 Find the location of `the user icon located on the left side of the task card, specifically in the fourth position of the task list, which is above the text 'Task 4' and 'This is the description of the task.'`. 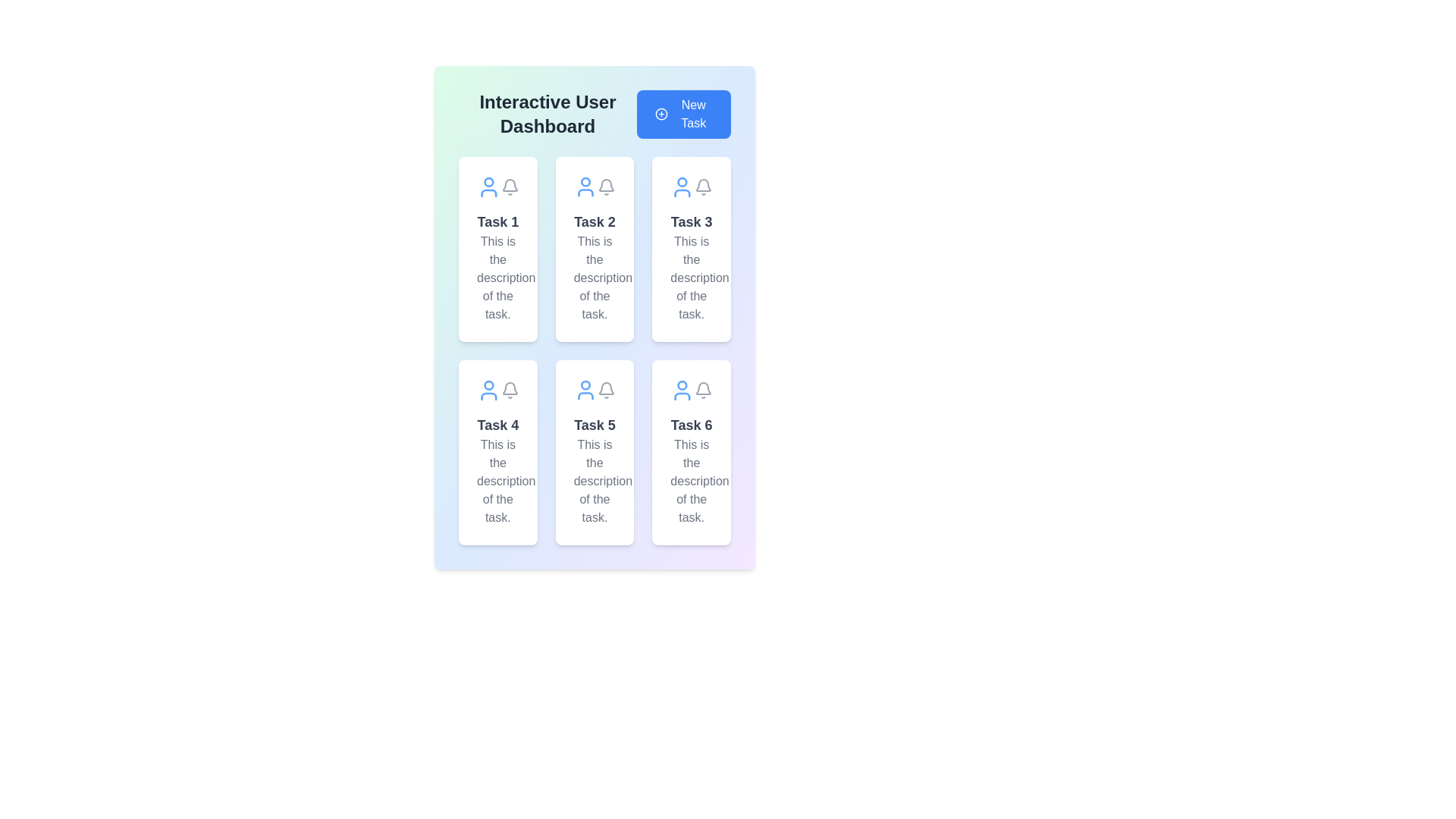

the user icon located on the left side of the task card, specifically in the fourth position of the task list, which is above the text 'Task 4' and 'This is the description of the task.' is located at coordinates (488, 390).